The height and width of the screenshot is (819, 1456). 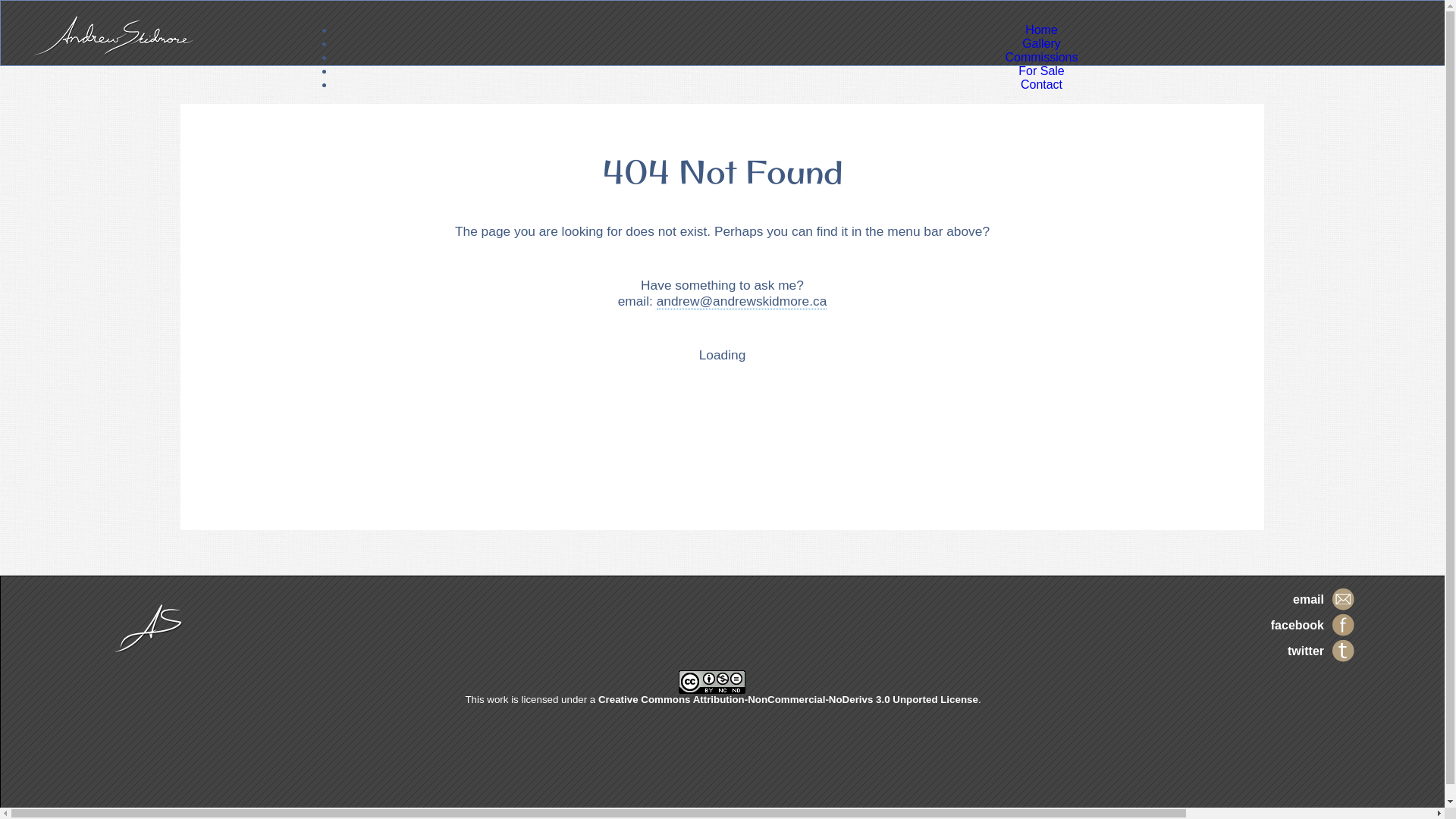 What do you see at coordinates (742, 301) in the screenshot?
I see `'andrew@andrewskidmore.ca'` at bounding box center [742, 301].